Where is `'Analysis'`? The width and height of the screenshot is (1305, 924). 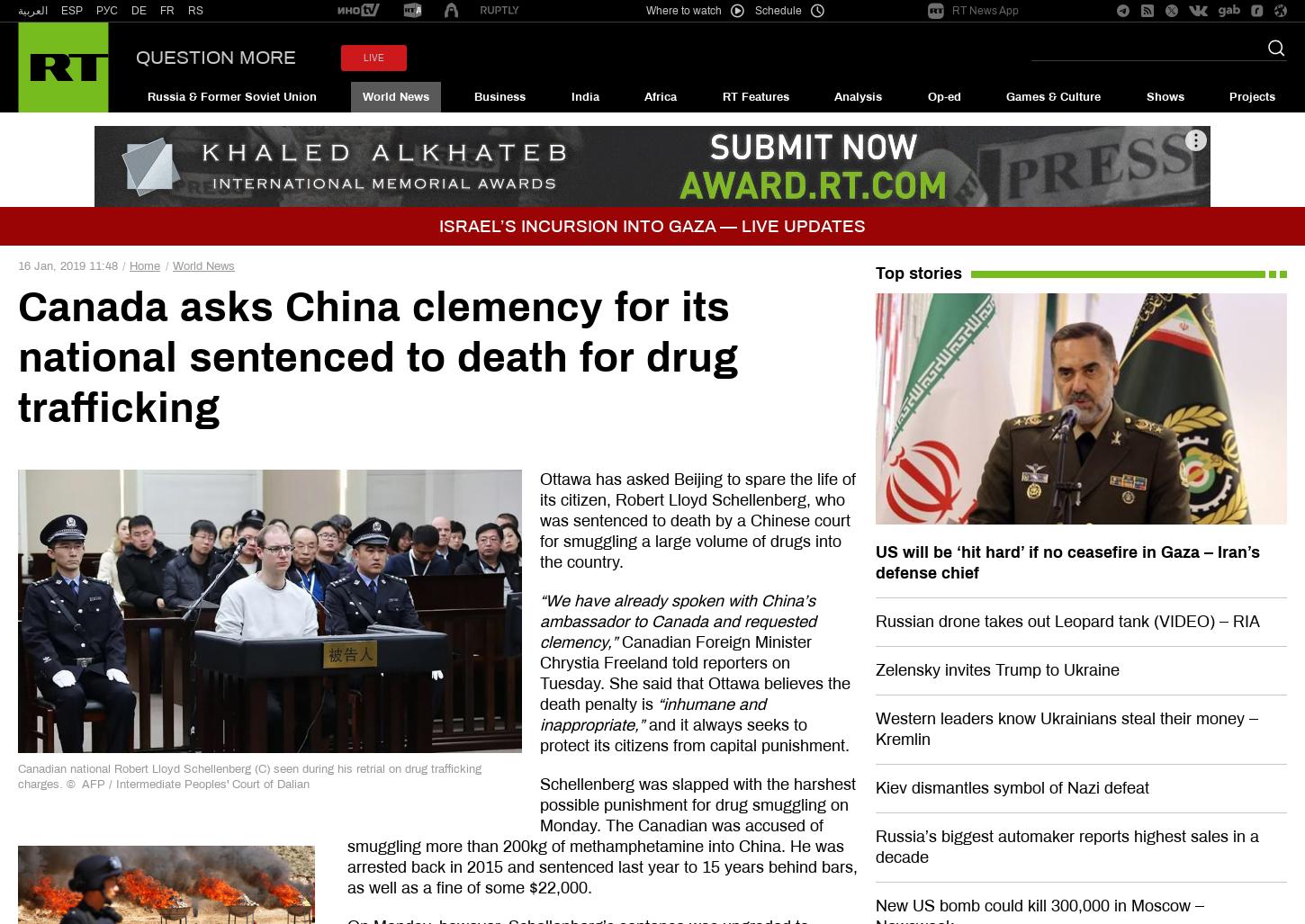
'Analysis' is located at coordinates (857, 95).